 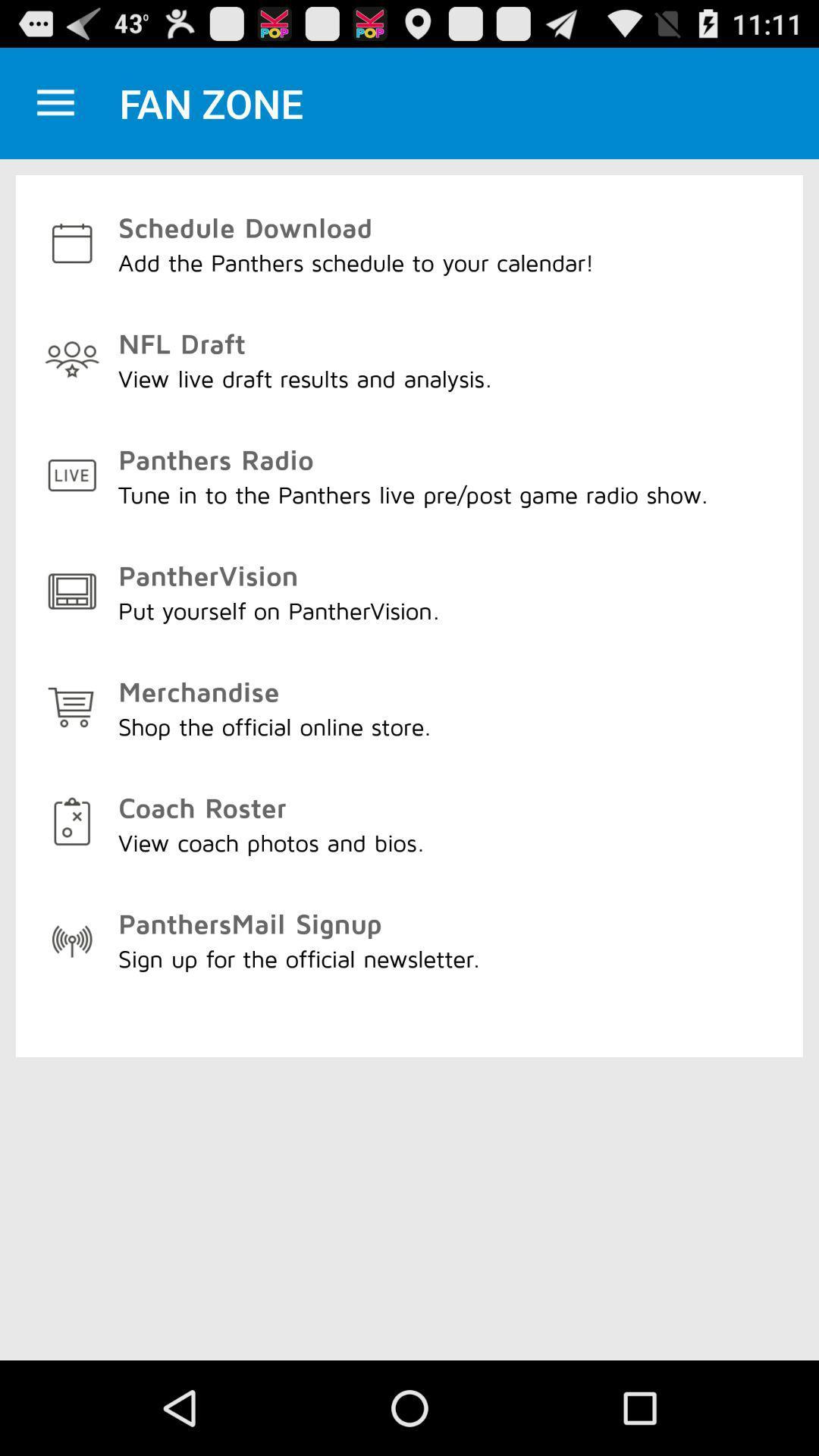 What do you see at coordinates (55, 102) in the screenshot?
I see `open menu` at bounding box center [55, 102].